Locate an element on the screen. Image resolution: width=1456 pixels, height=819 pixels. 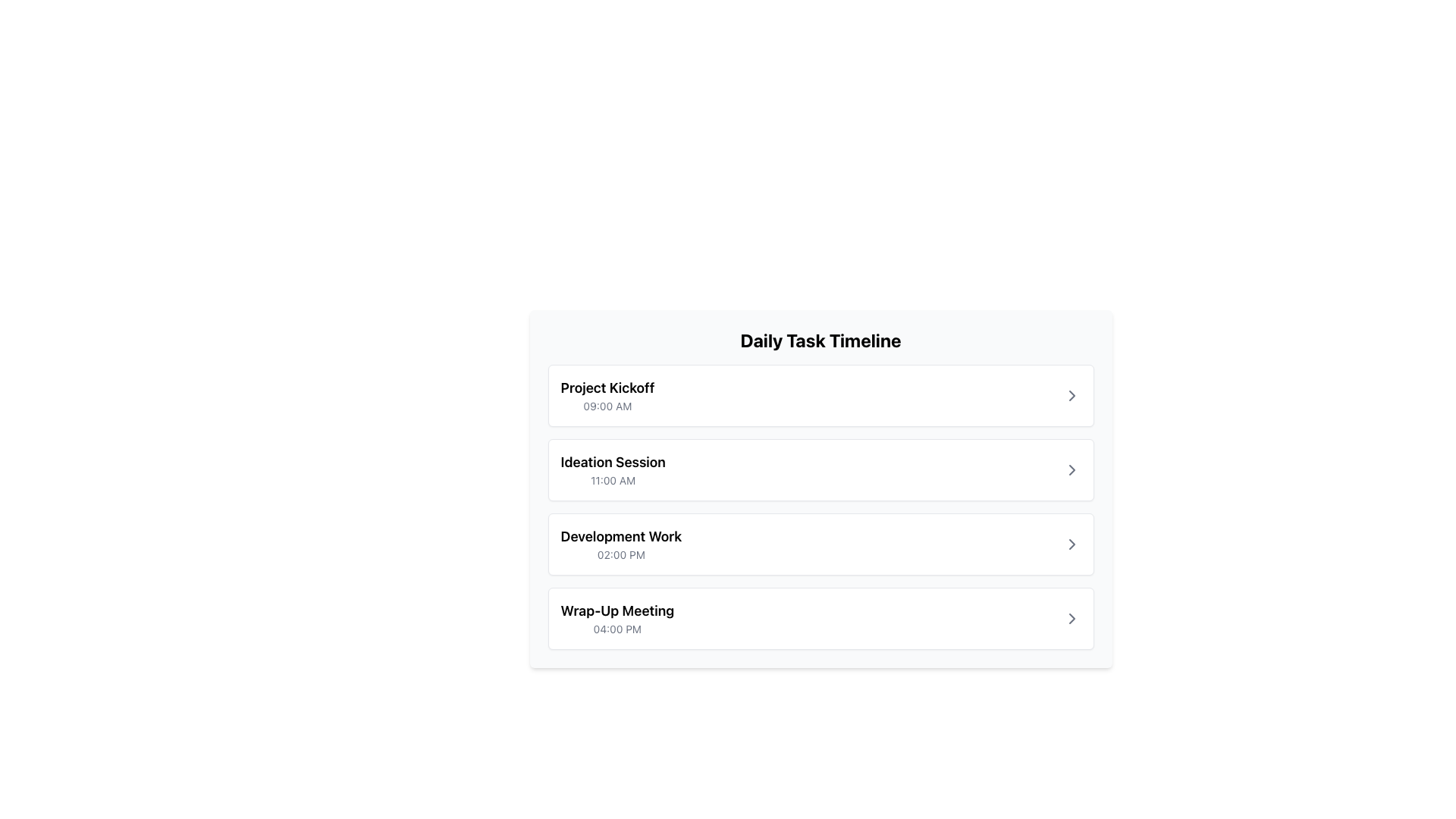
the 'Development Work' task item is located at coordinates (820, 507).